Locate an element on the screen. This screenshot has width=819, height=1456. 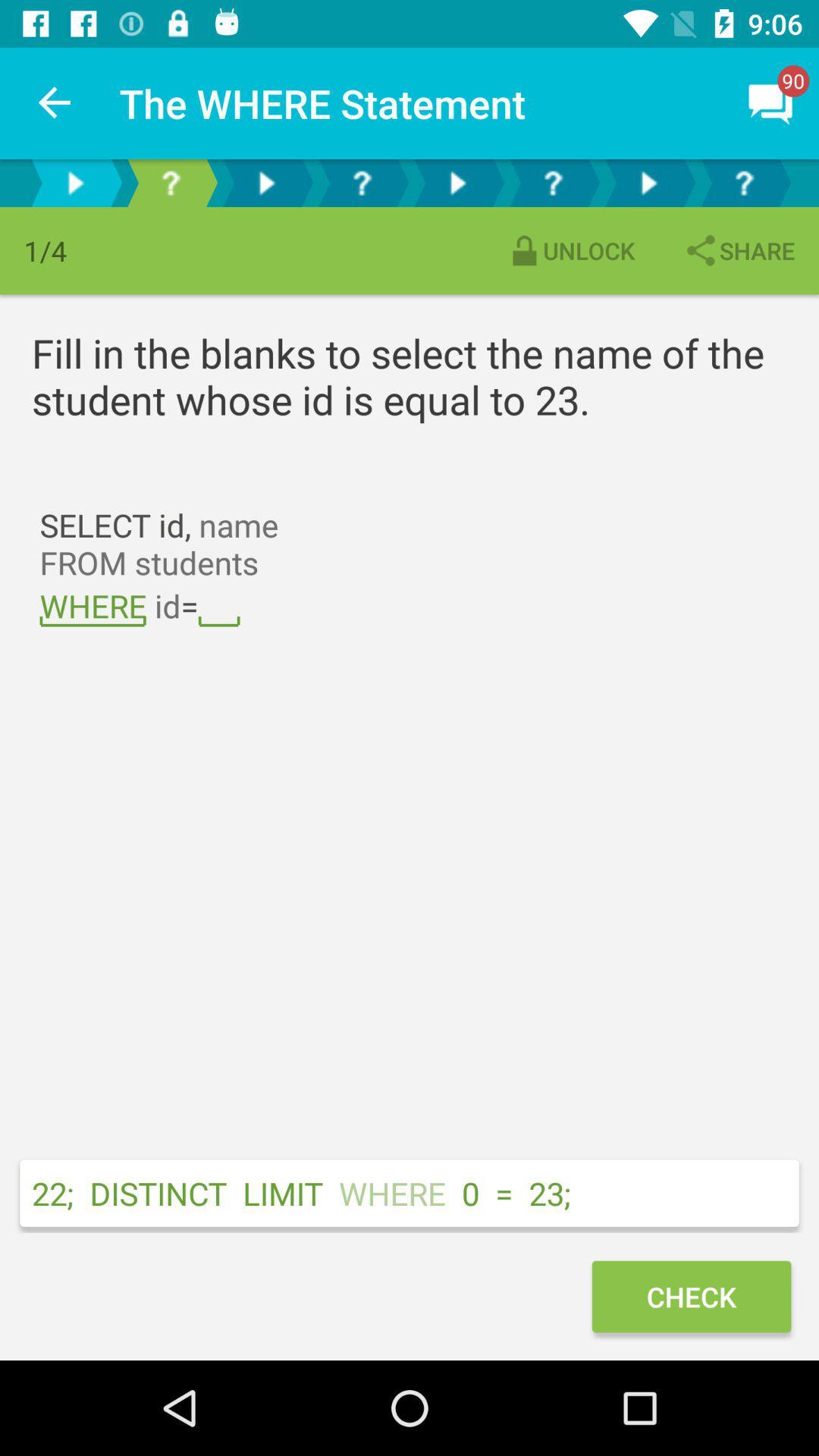
the play icon is located at coordinates (265, 182).